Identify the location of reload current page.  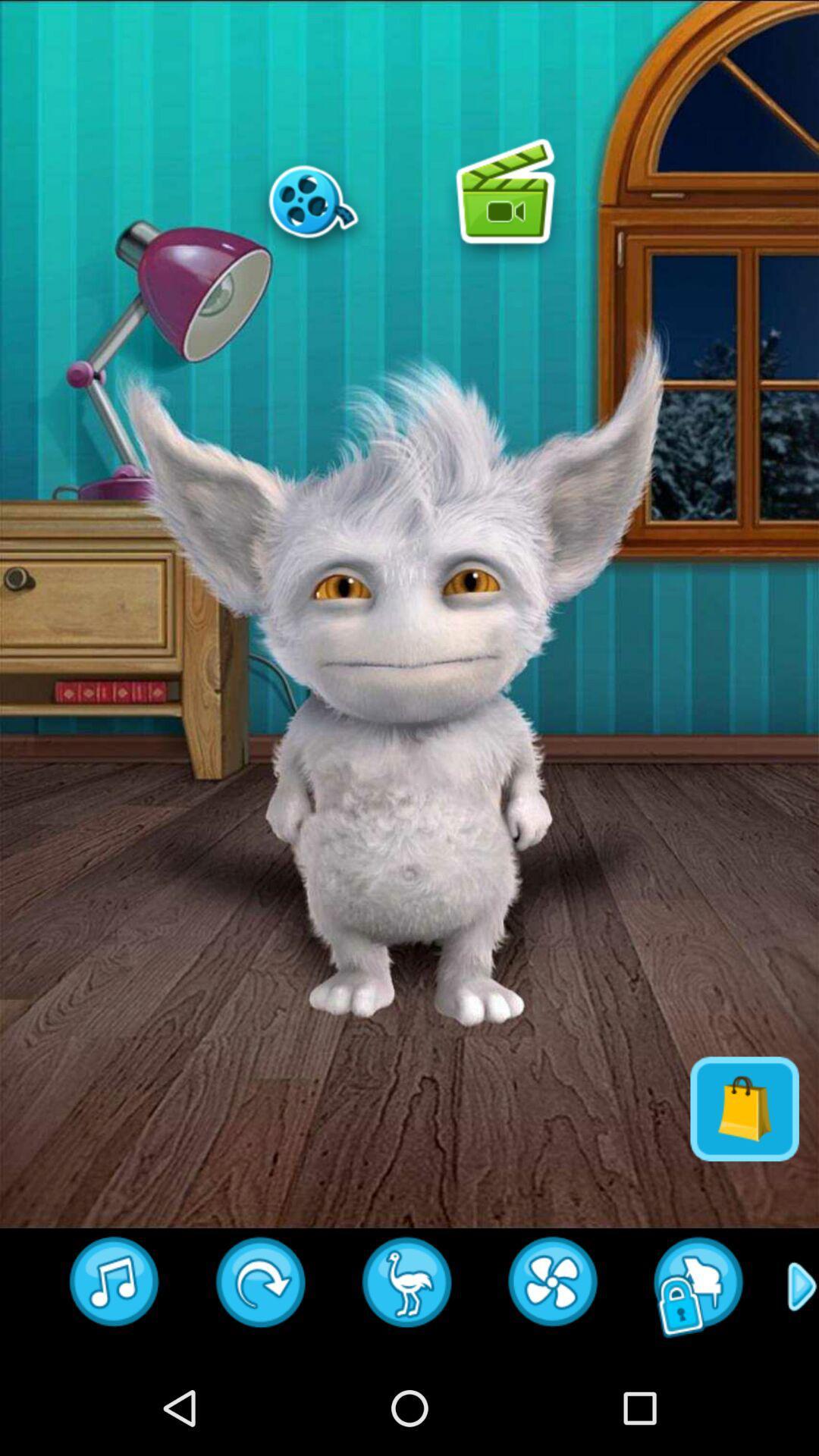
(554, 1286).